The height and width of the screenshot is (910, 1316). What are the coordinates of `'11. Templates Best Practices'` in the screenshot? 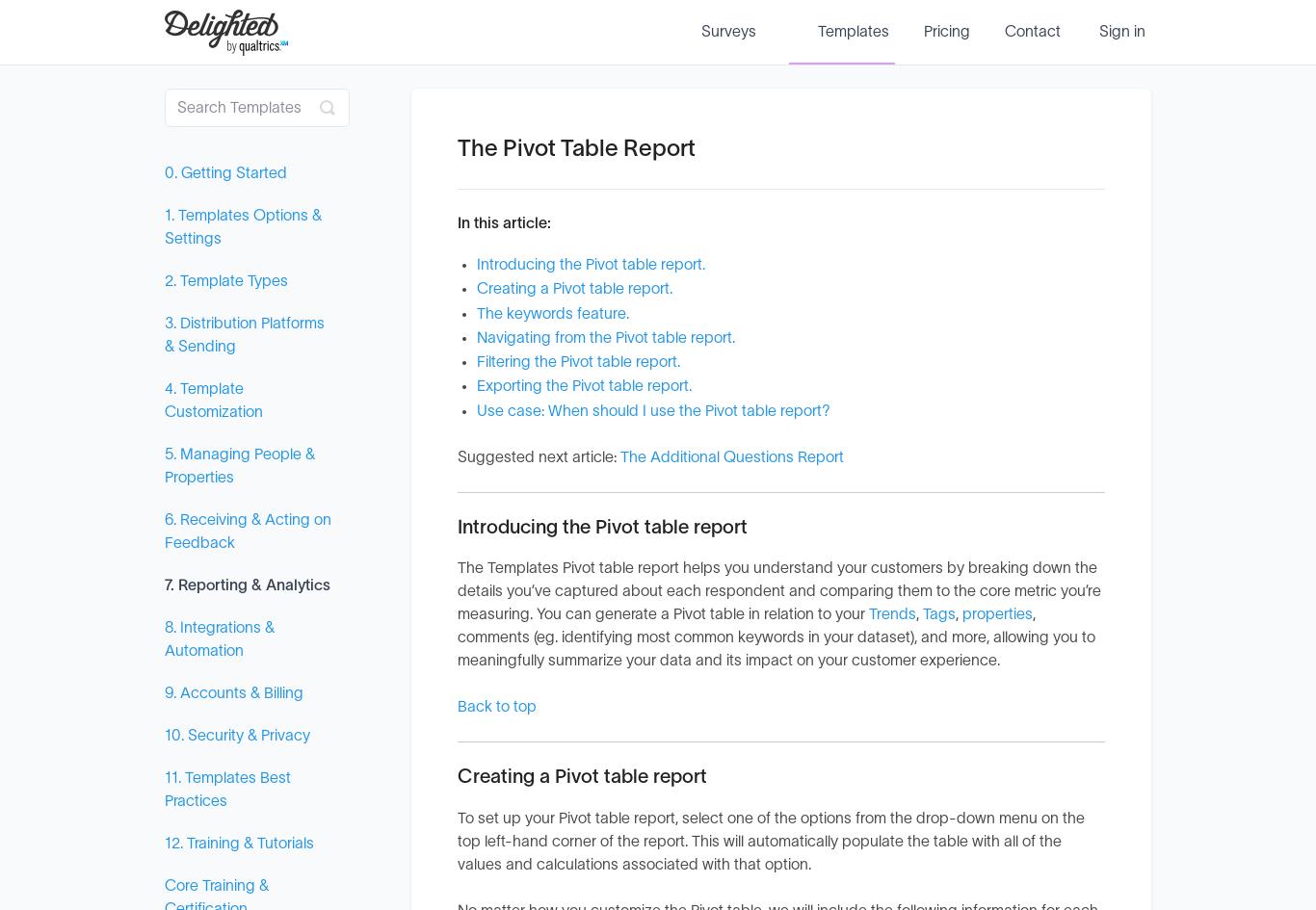 It's located at (227, 789).